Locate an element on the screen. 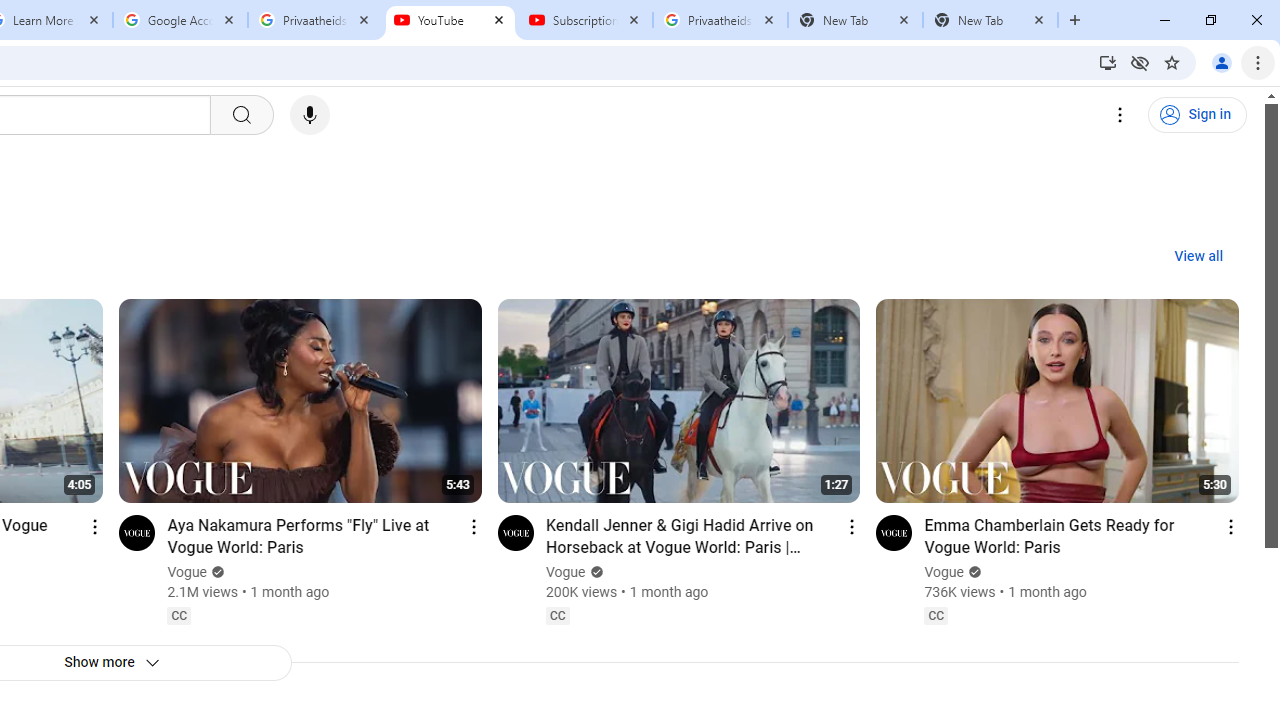  'Subscriptions - YouTube' is located at coordinates (584, 20).